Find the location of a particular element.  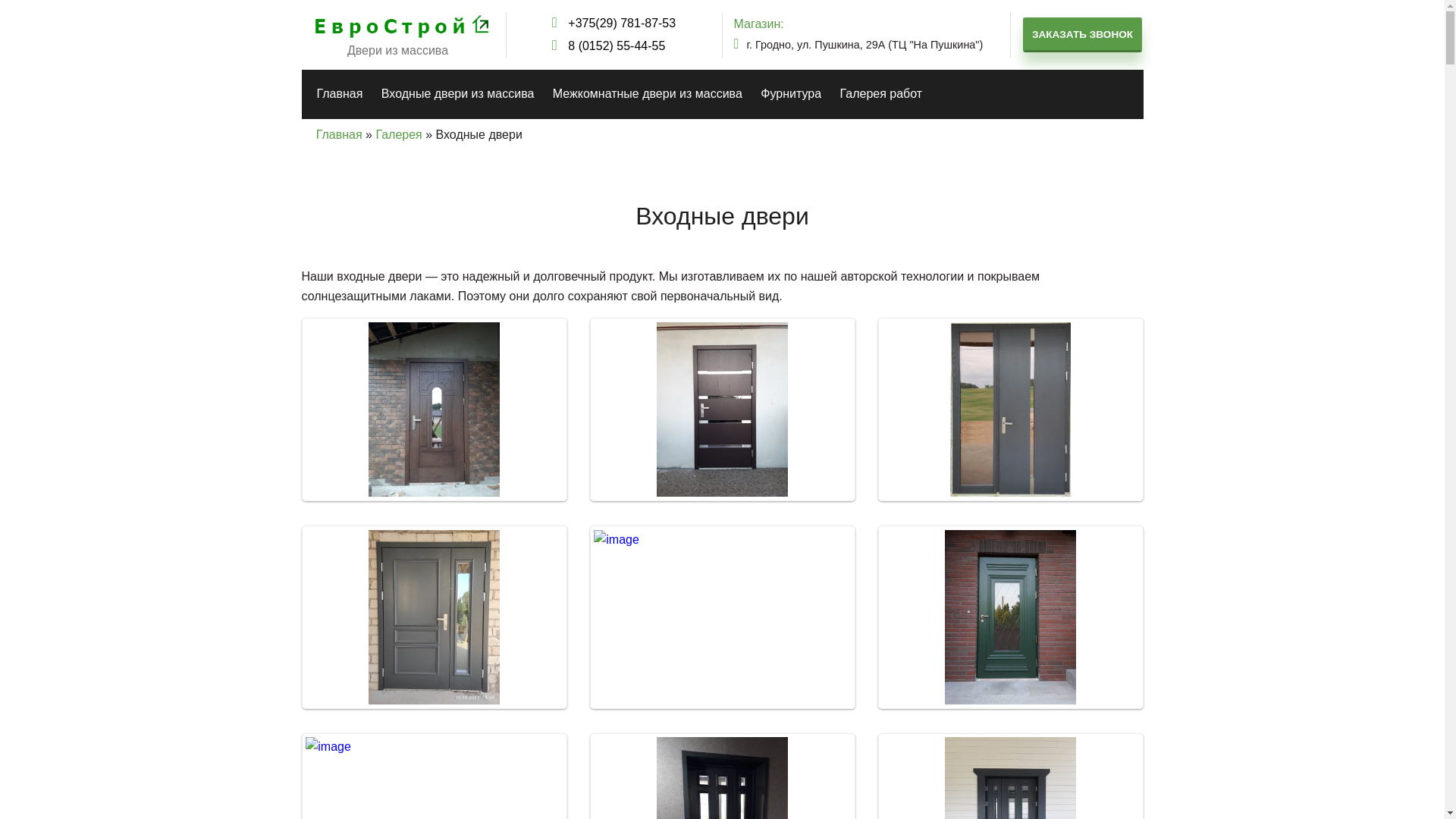

'8 (0152) 55-44-55' is located at coordinates (613, 45).